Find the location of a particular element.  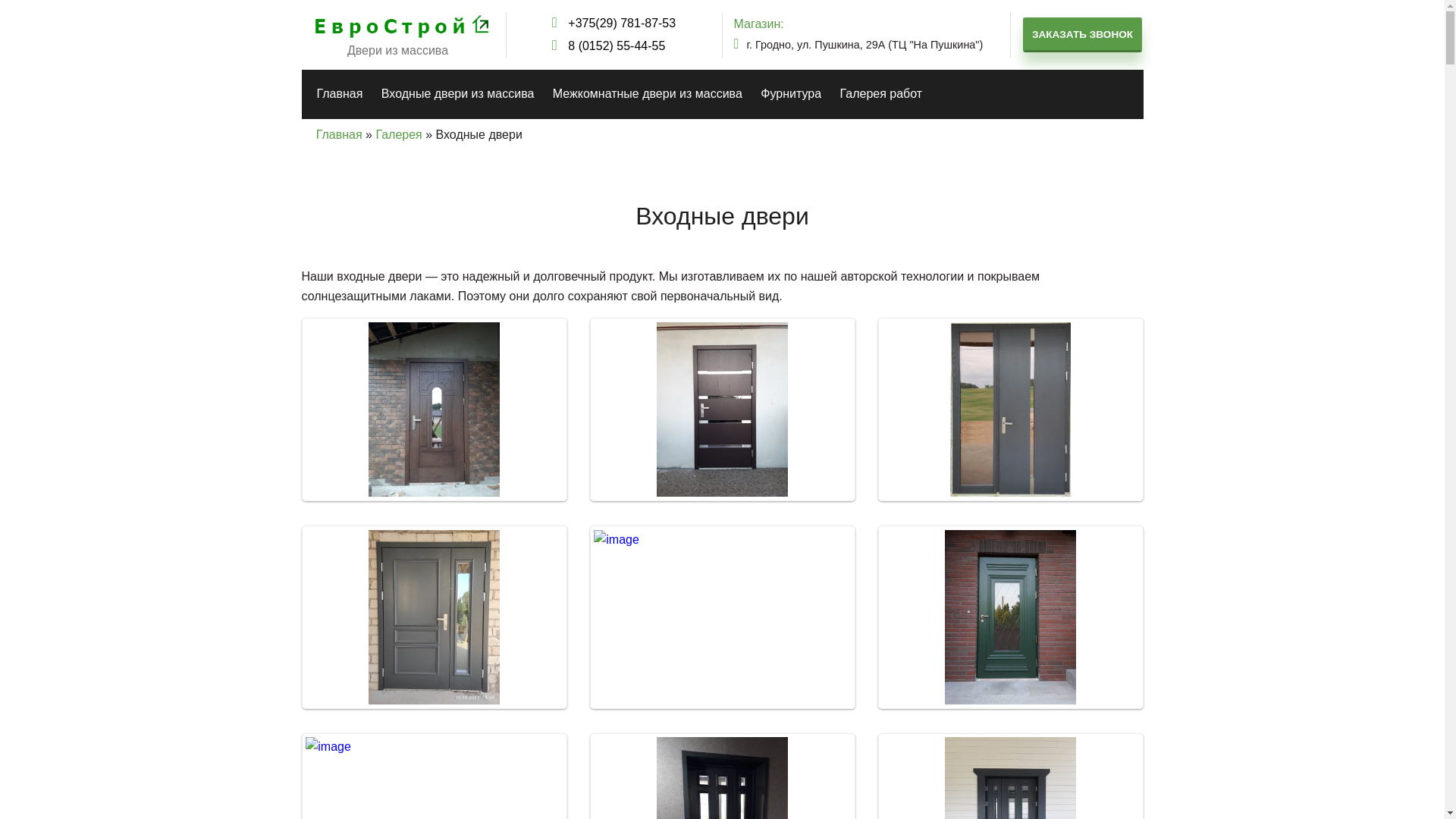

'8 (0152) 55-44-55' is located at coordinates (613, 45).